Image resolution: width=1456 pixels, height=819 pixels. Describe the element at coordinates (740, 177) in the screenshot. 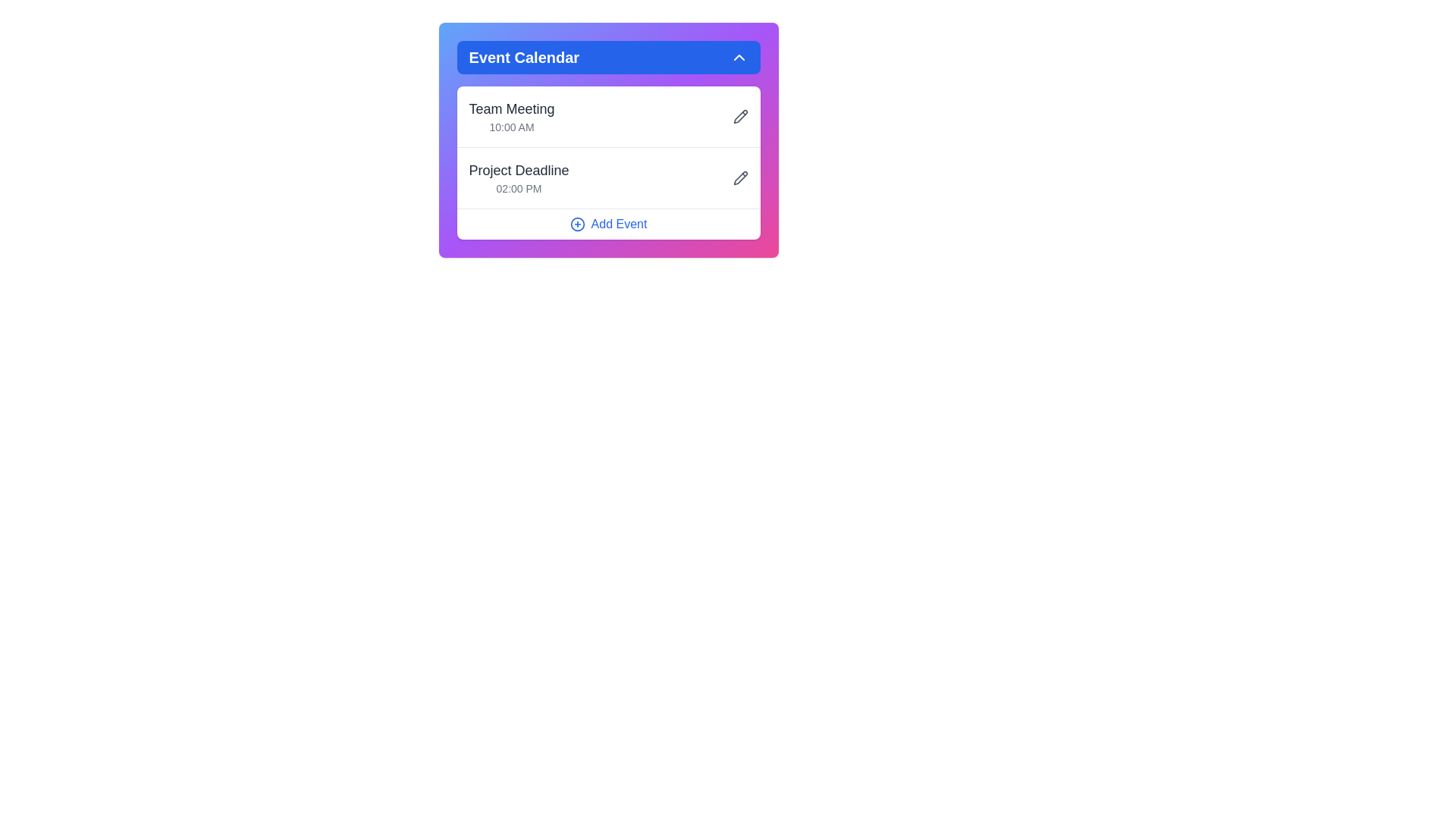

I see `the pencil icon corresponding to the event titled Project Deadline` at that location.